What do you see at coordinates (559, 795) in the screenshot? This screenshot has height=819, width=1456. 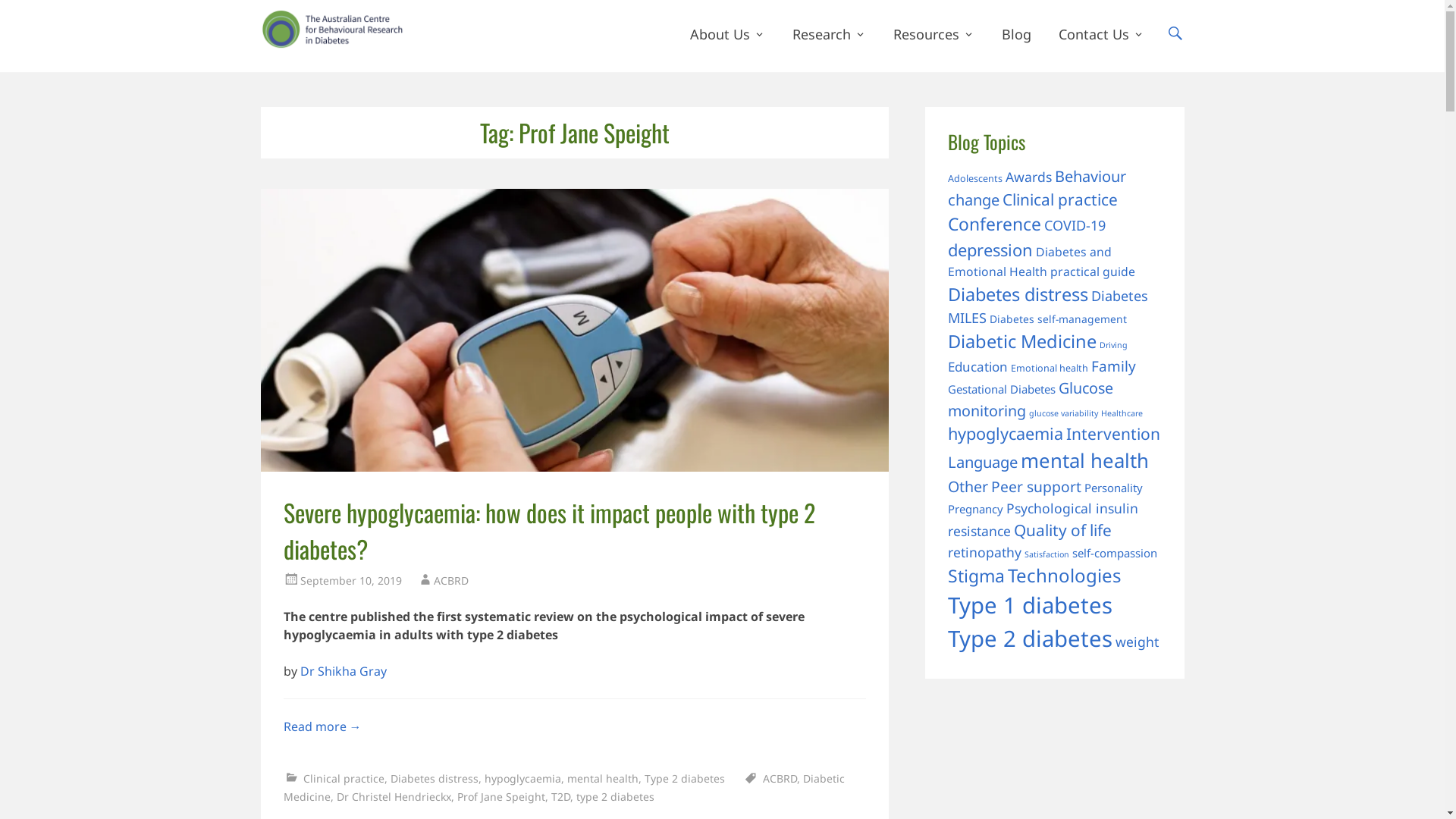 I see `'T2D'` at bounding box center [559, 795].